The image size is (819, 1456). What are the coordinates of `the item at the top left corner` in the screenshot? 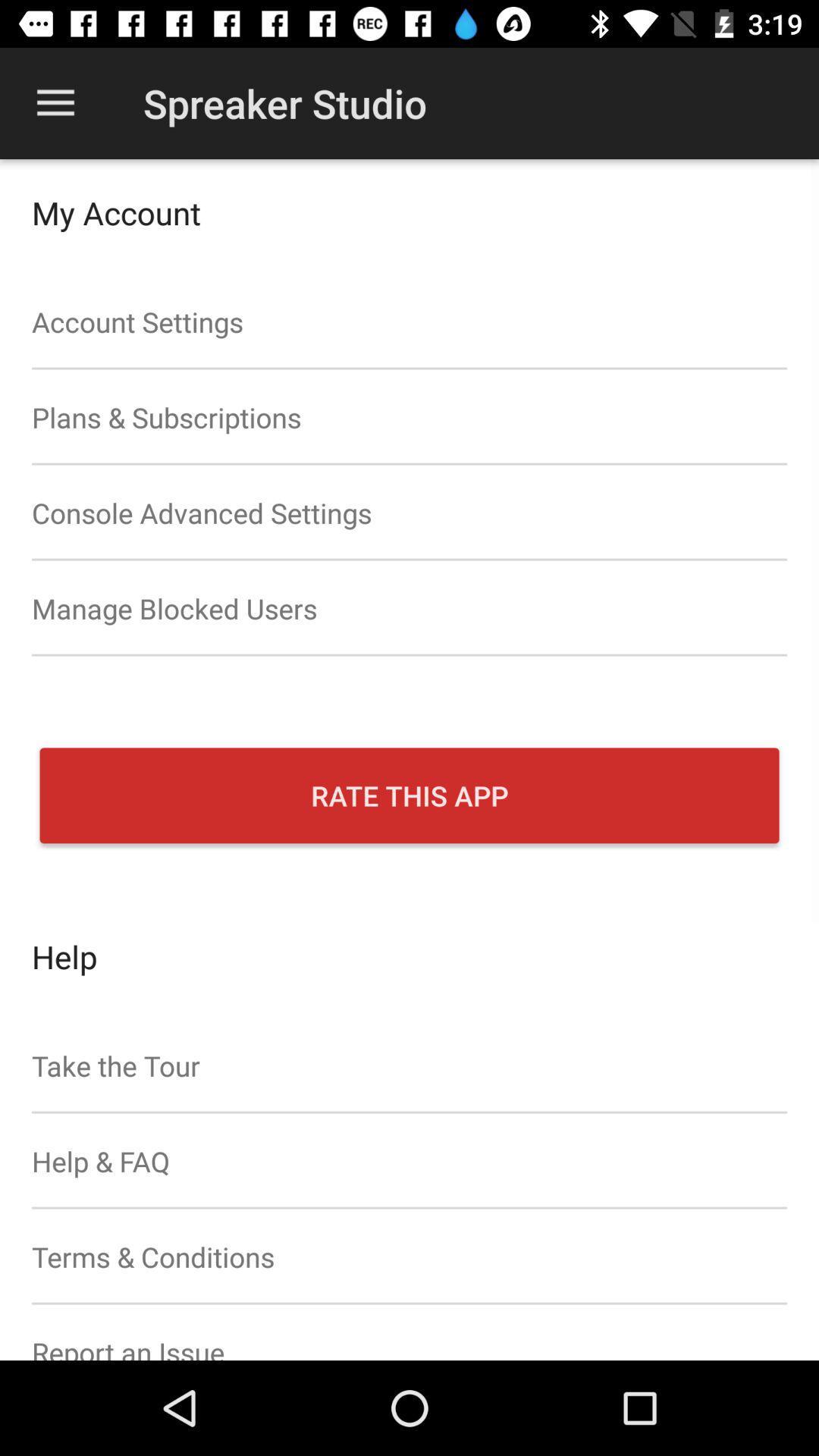 It's located at (55, 102).